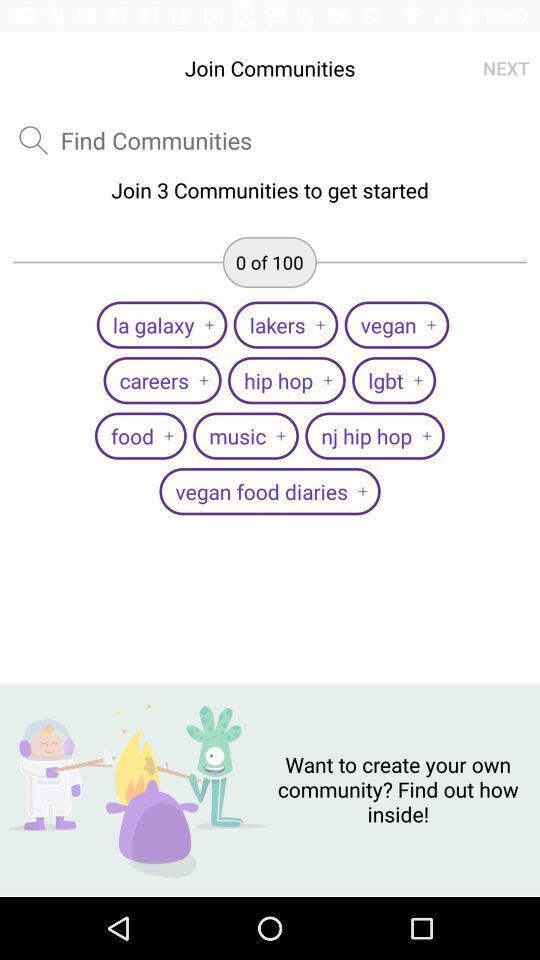  What do you see at coordinates (505, 68) in the screenshot?
I see `the next at the top right corner` at bounding box center [505, 68].